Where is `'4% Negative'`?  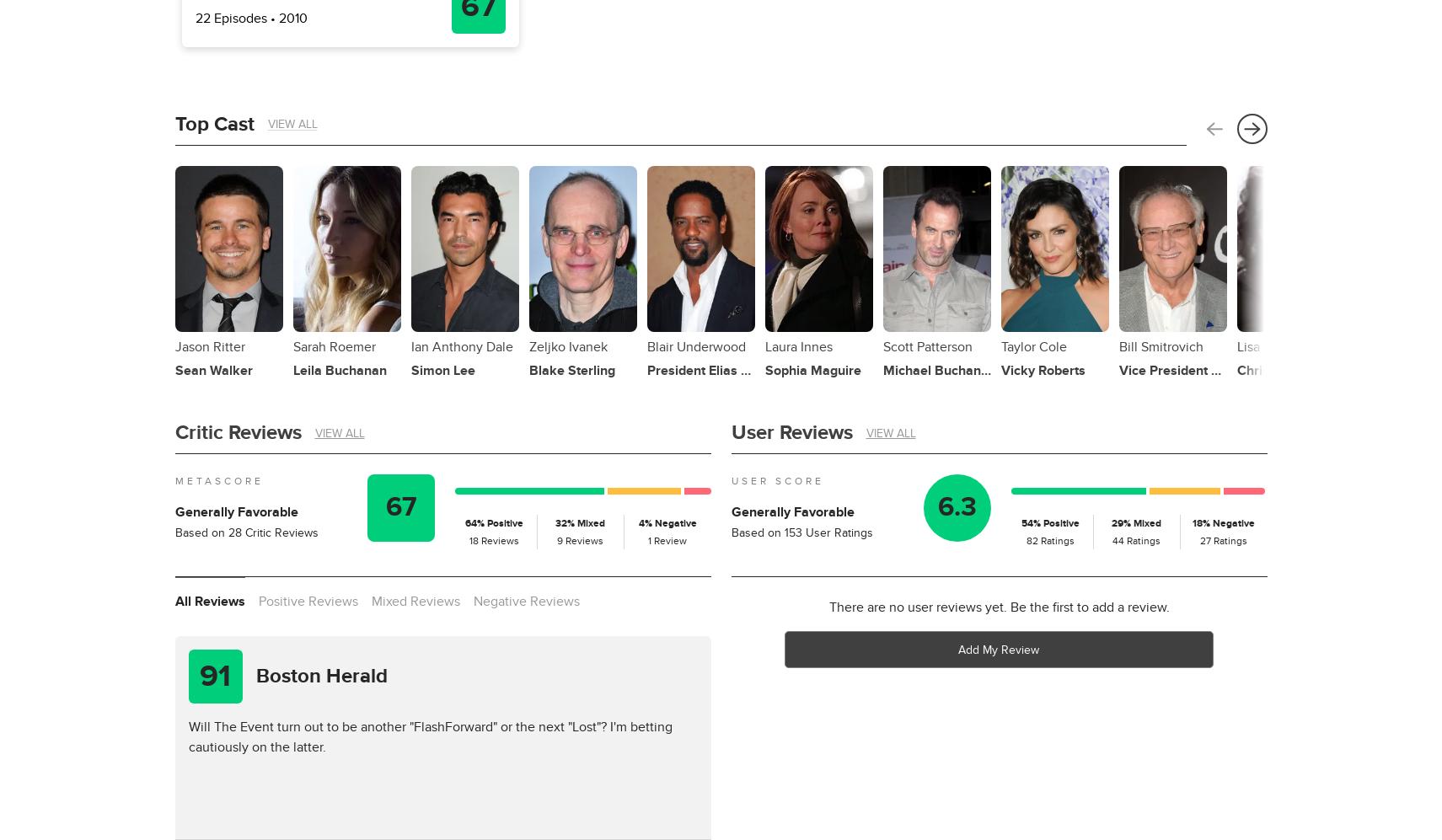
'4% Negative' is located at coordinates (666, 522).